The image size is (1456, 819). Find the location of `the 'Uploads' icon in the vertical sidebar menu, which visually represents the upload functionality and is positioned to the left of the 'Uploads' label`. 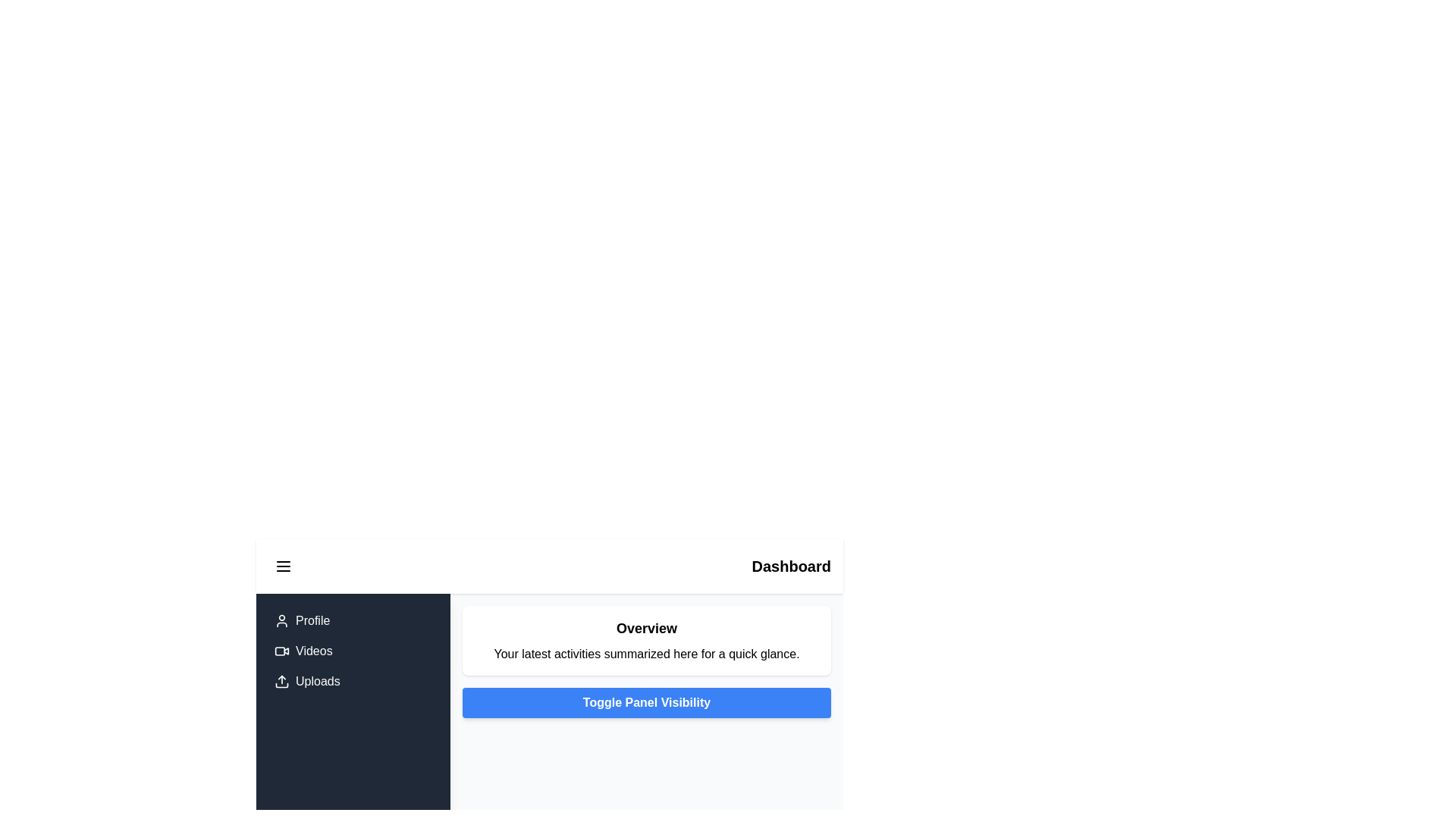

the 'Uploads' icon in the vertical sidebar menu, which visually represents the upload functionality and is positioned to the left of the 'Uploads' label is located at coordinates (282, 680).